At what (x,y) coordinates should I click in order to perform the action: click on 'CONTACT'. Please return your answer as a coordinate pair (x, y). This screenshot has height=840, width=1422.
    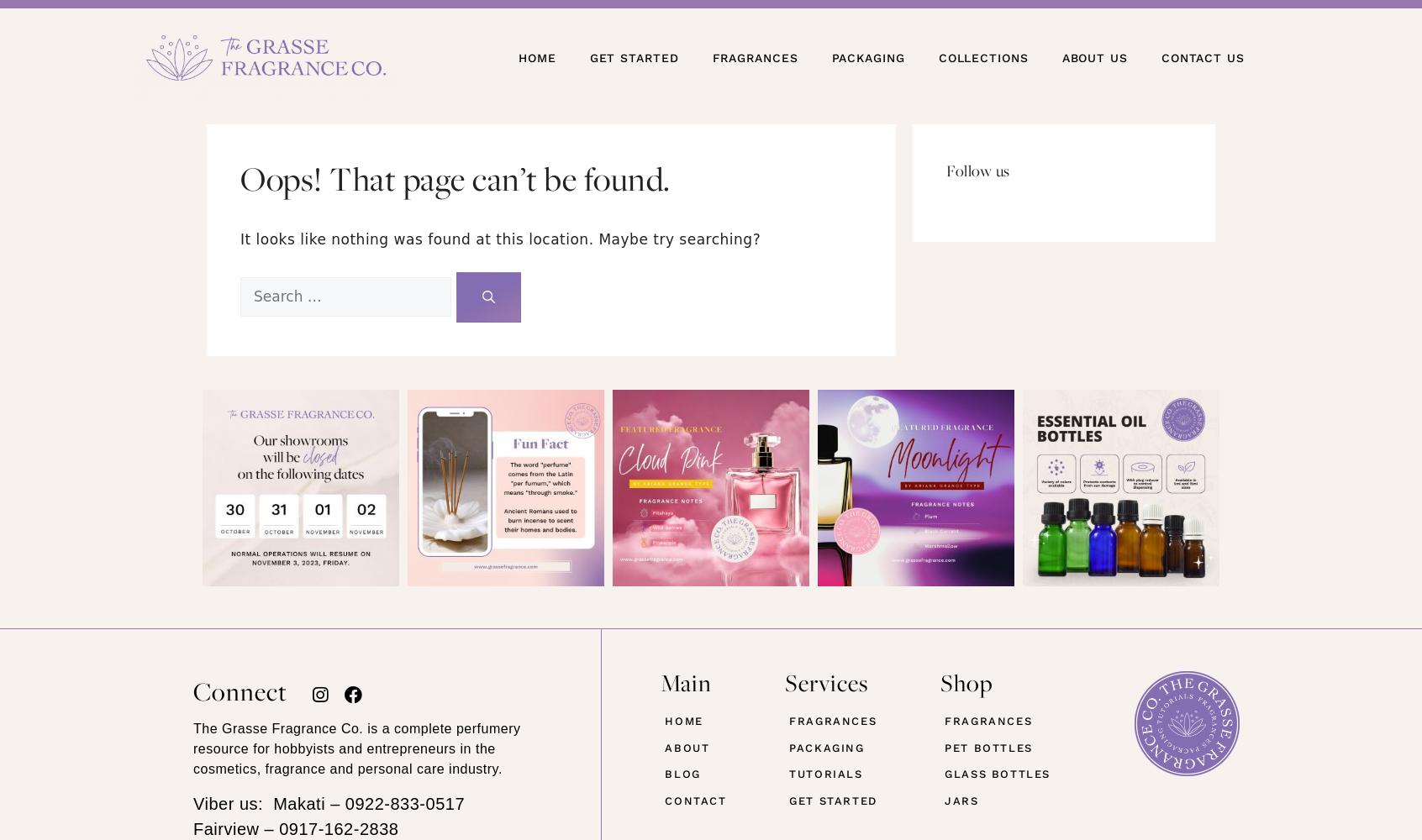
    Looking at the image, I should click on (695, 799).